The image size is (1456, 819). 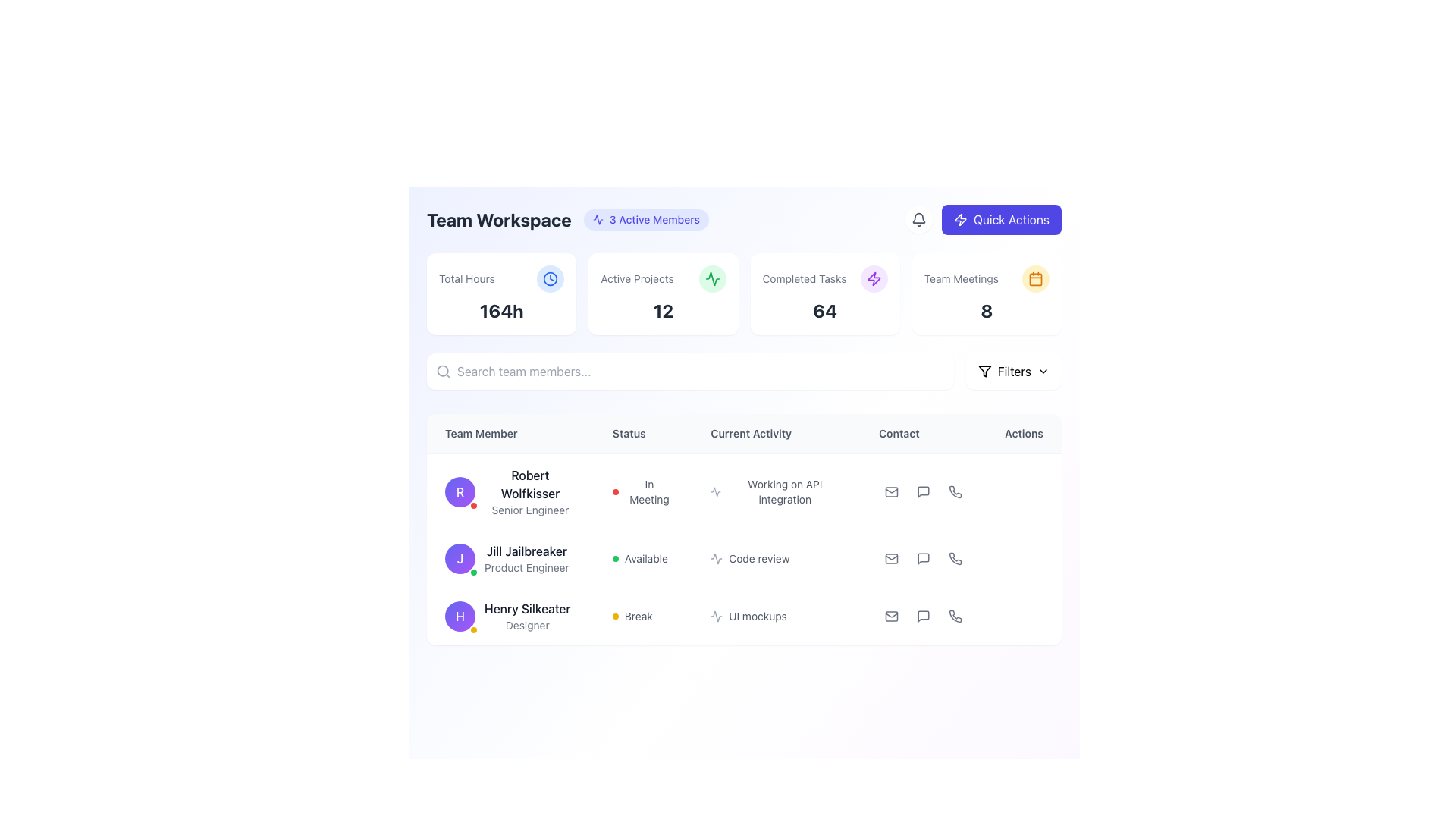 What do you see at coordinates (923, 491) in the screenshot?
I see `the messaging icon button located in the 'Contact' column of the table row for 'Robert Wolfkisser, Senior Engineer'` at bounding box center [923, 491].